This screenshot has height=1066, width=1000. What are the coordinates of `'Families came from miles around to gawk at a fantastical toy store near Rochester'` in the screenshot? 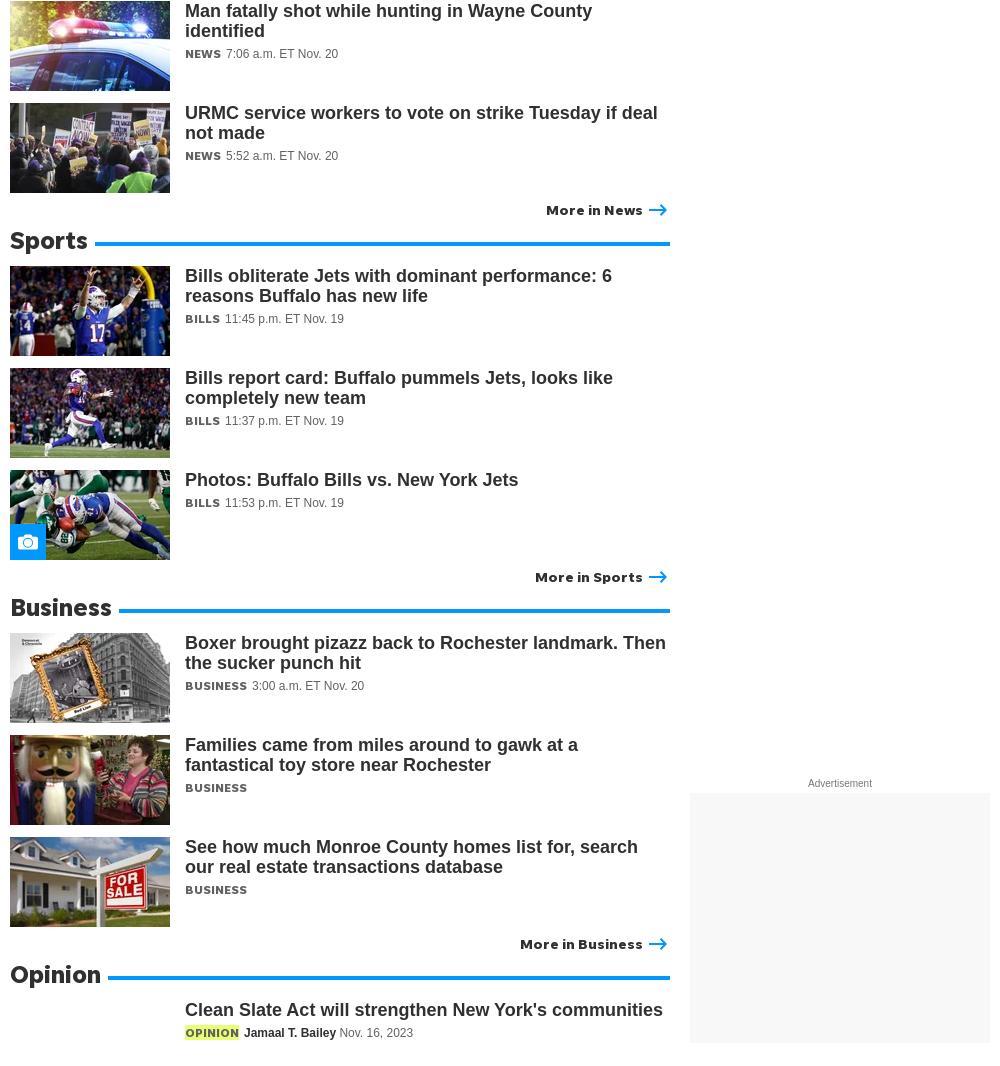 It's located at (381, 754).